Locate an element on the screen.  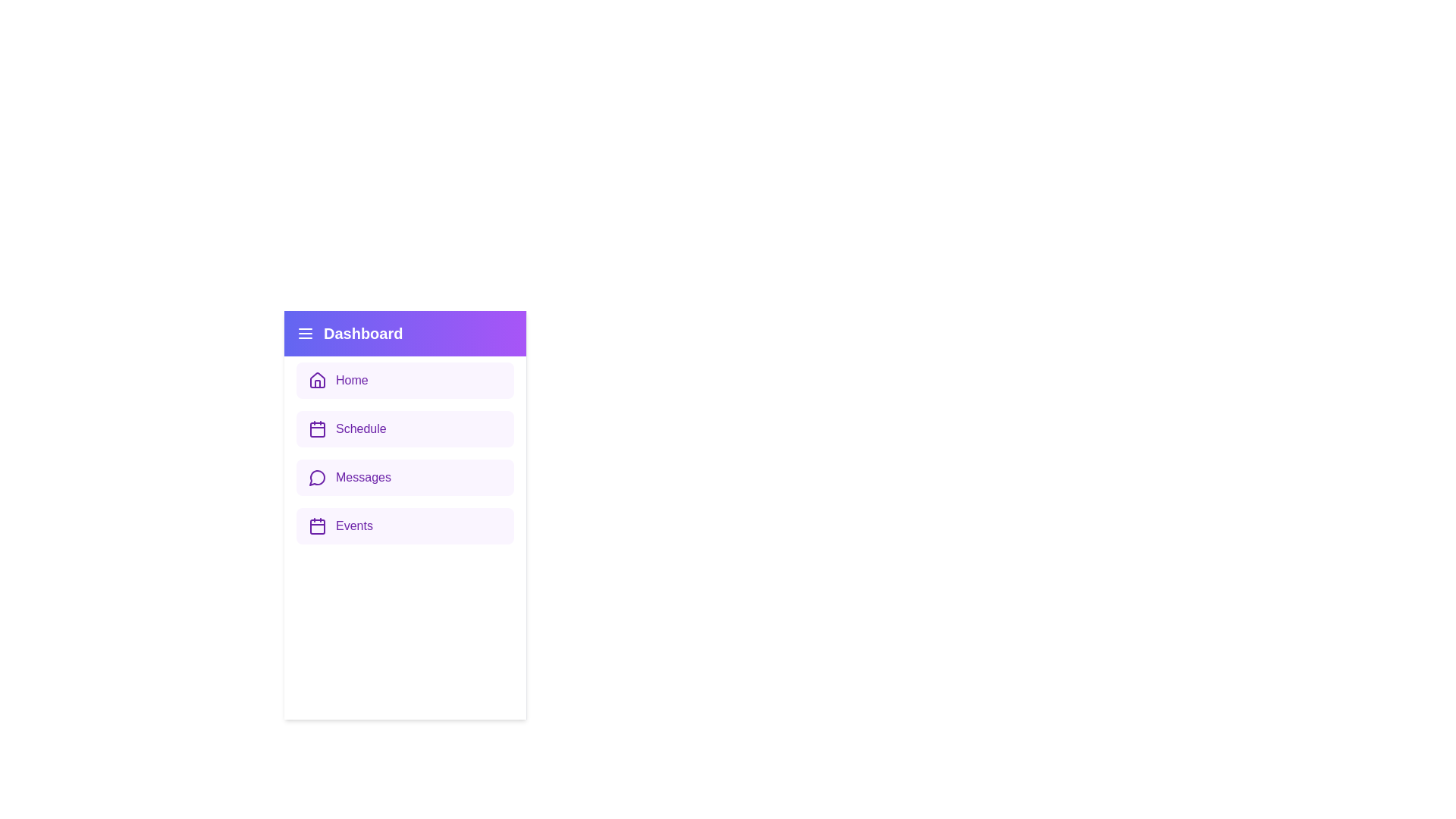
the menu item labeled Home is located at coordinates (405, 379).